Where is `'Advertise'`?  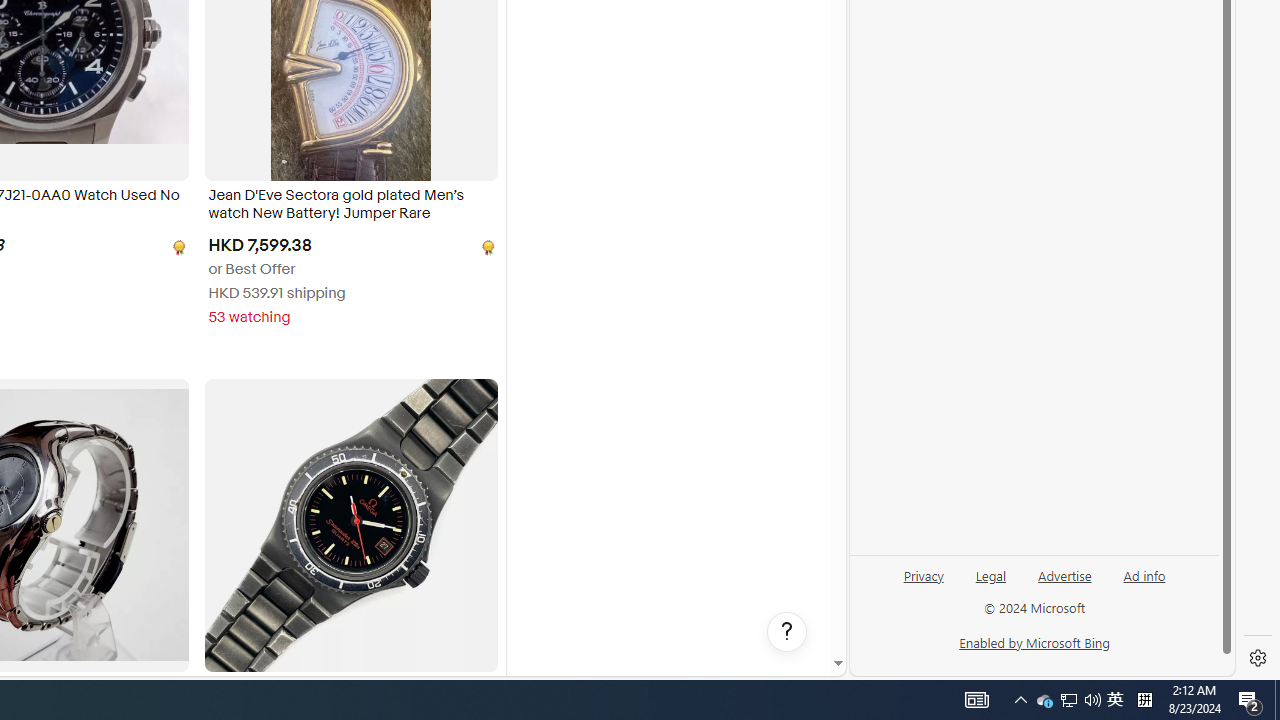
'Advertise' is located at coordinates (1063, 583).